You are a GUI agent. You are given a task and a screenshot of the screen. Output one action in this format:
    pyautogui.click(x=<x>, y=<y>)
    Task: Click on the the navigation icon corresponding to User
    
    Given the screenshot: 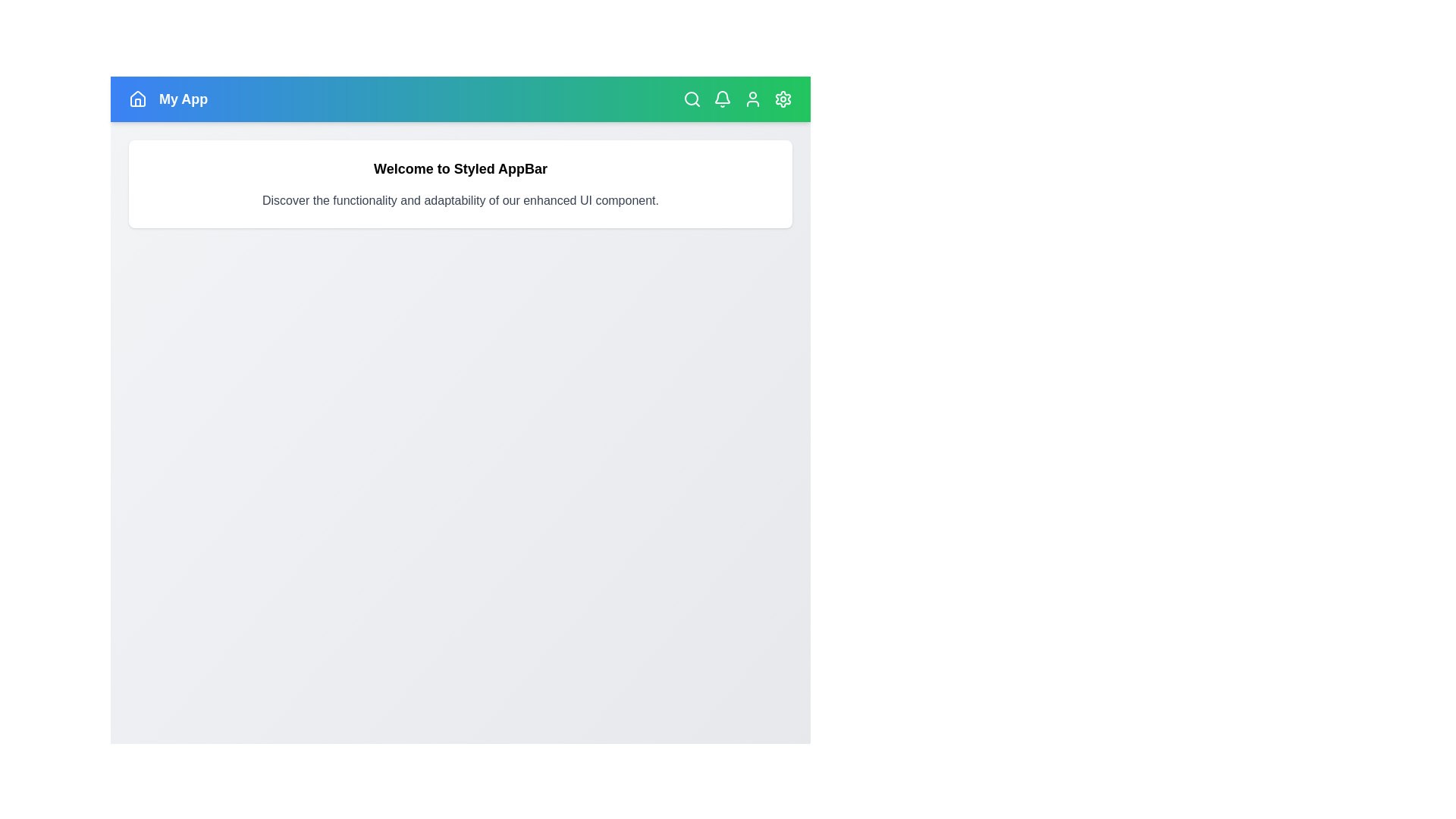 What is the action you would take?
    pyautogui.click(x=753, y=99)
    